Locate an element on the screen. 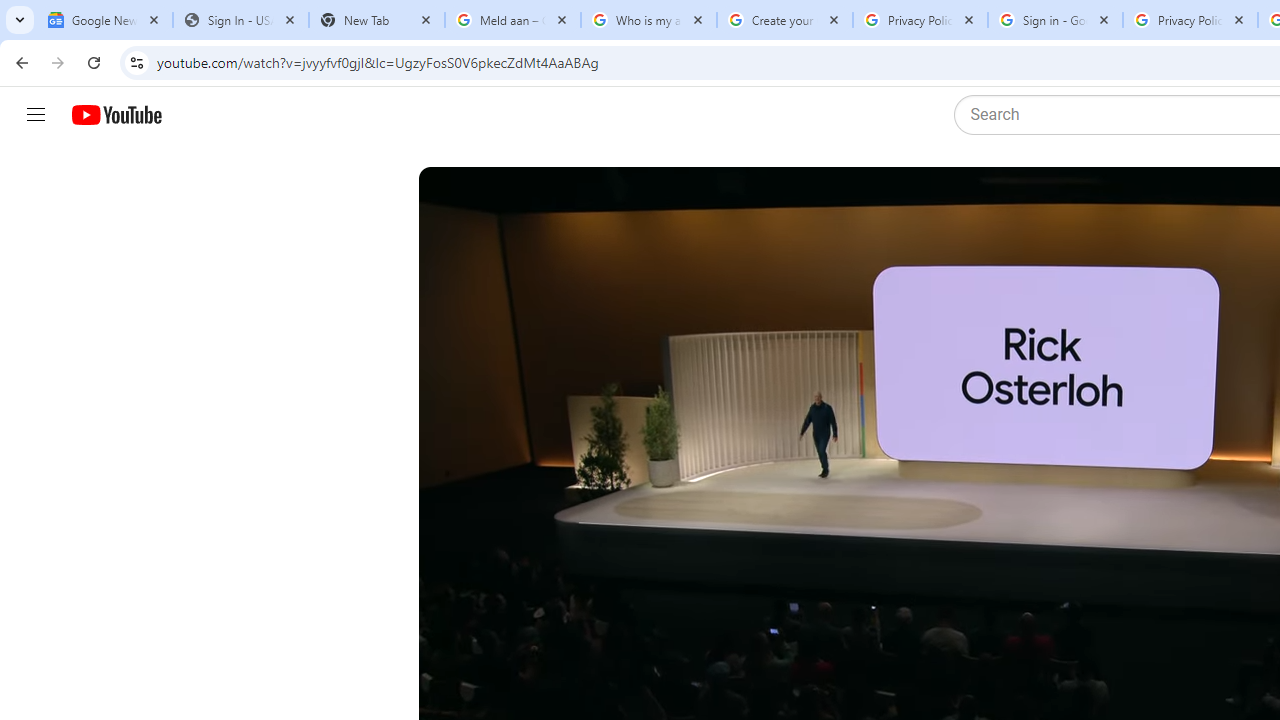 This screenshot has height=720, width=1280. 'Who is my administrator? - Google Account Help' is located at coordinates (648, 20).